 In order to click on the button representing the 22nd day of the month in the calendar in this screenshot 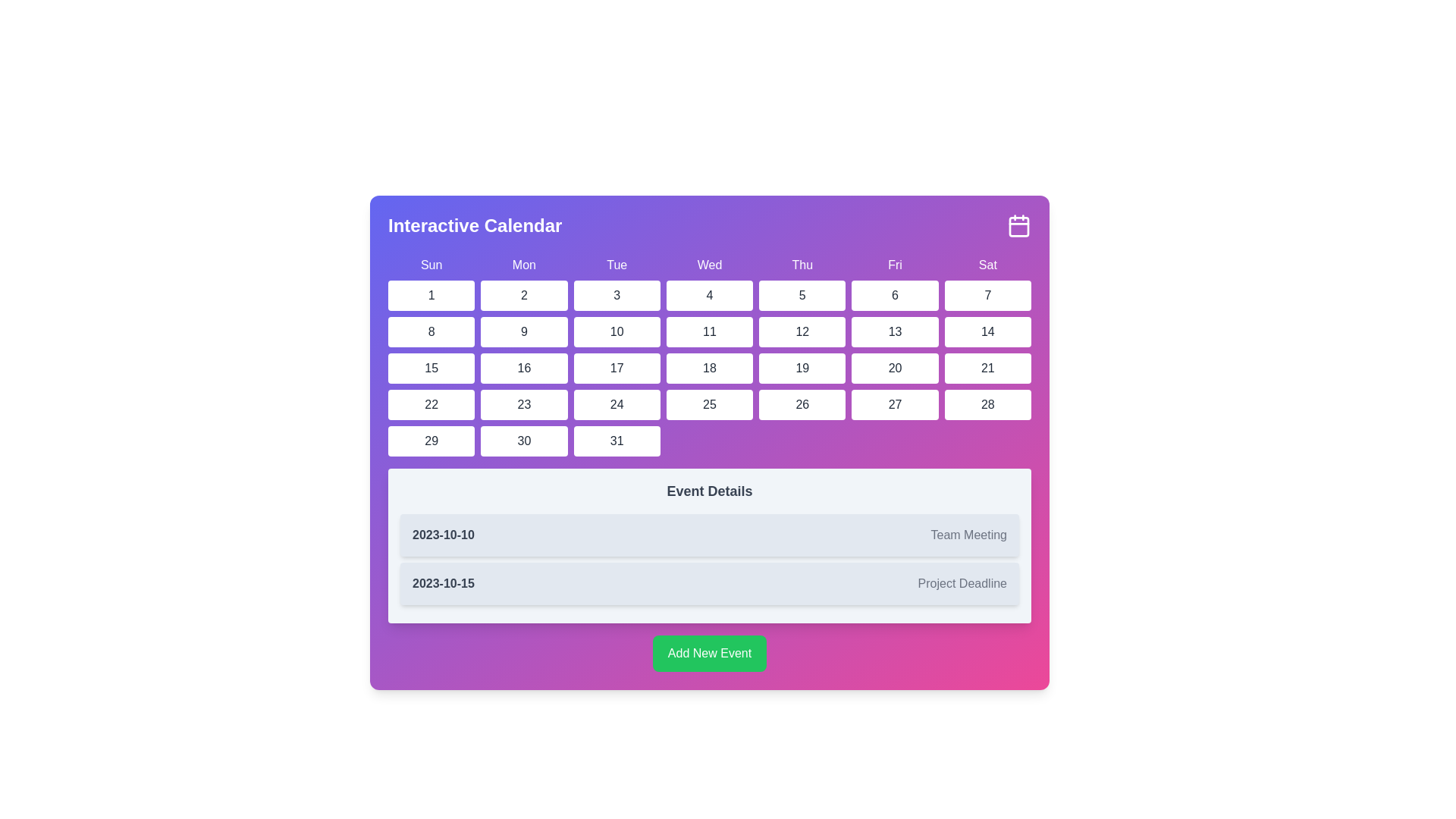, I will do `click(431, 403)`.